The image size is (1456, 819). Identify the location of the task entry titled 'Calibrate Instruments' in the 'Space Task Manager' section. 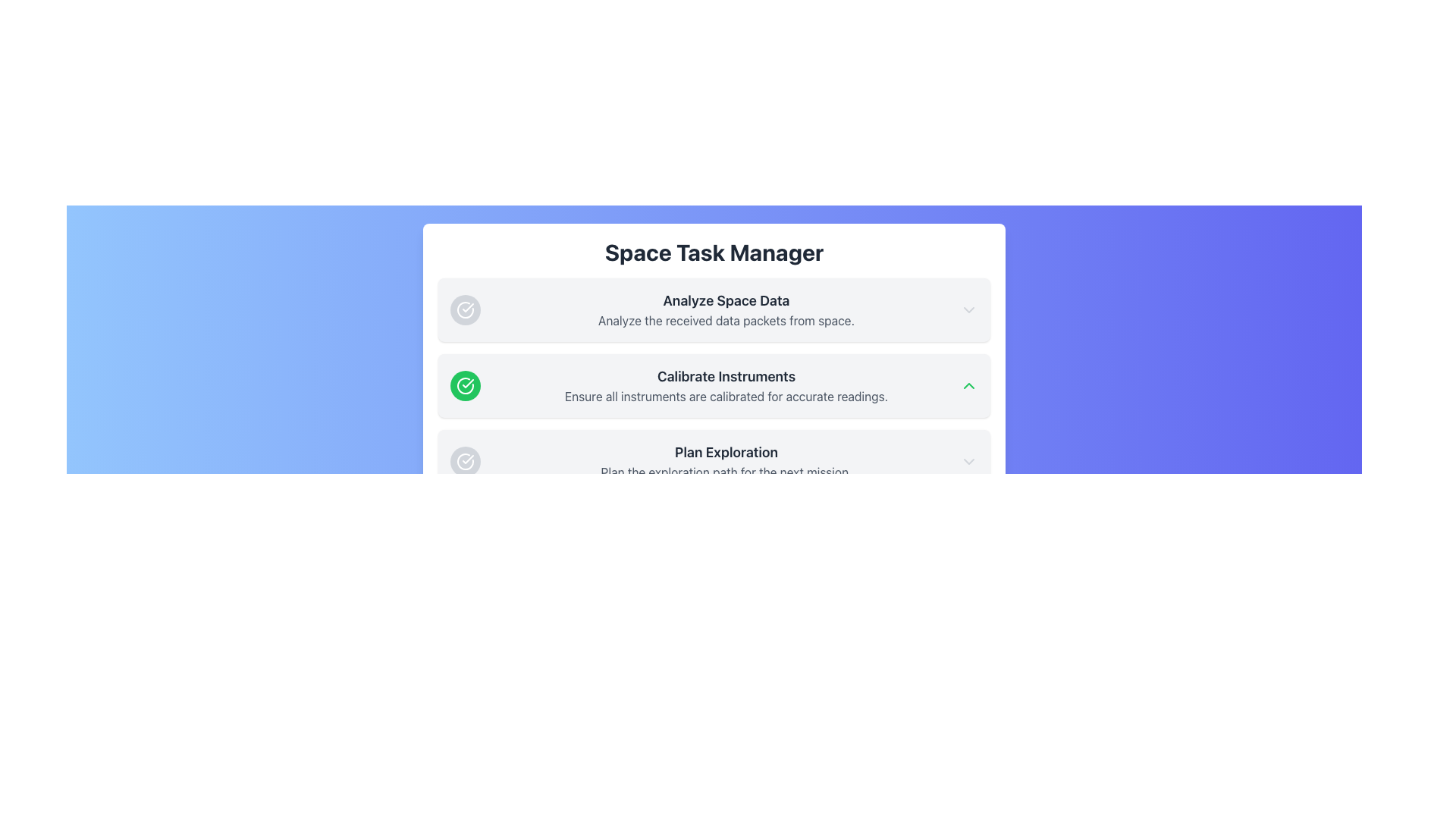
(713, 385).